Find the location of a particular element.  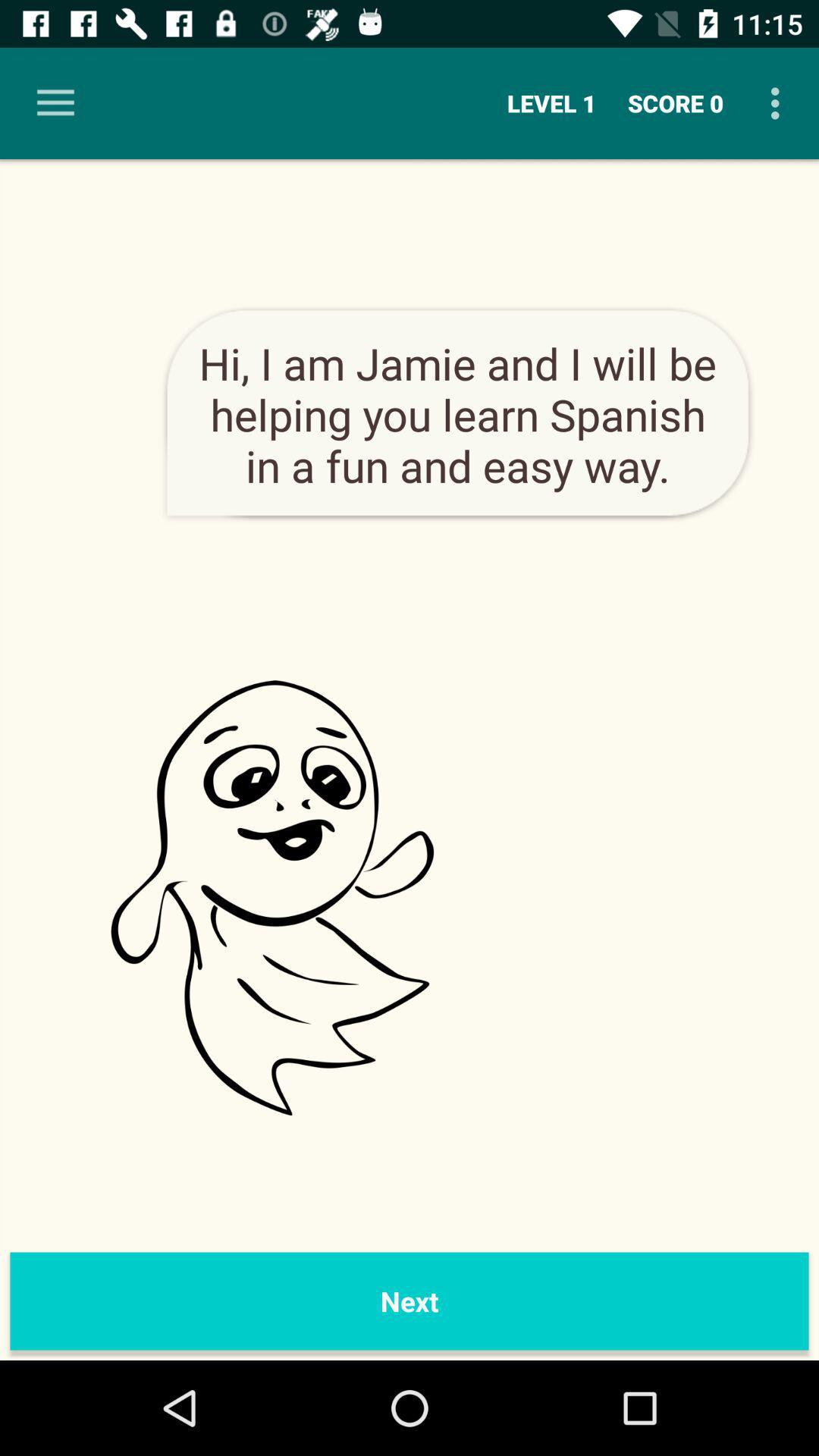

the icon next to the level 1 is located at coordinates (675, 102).